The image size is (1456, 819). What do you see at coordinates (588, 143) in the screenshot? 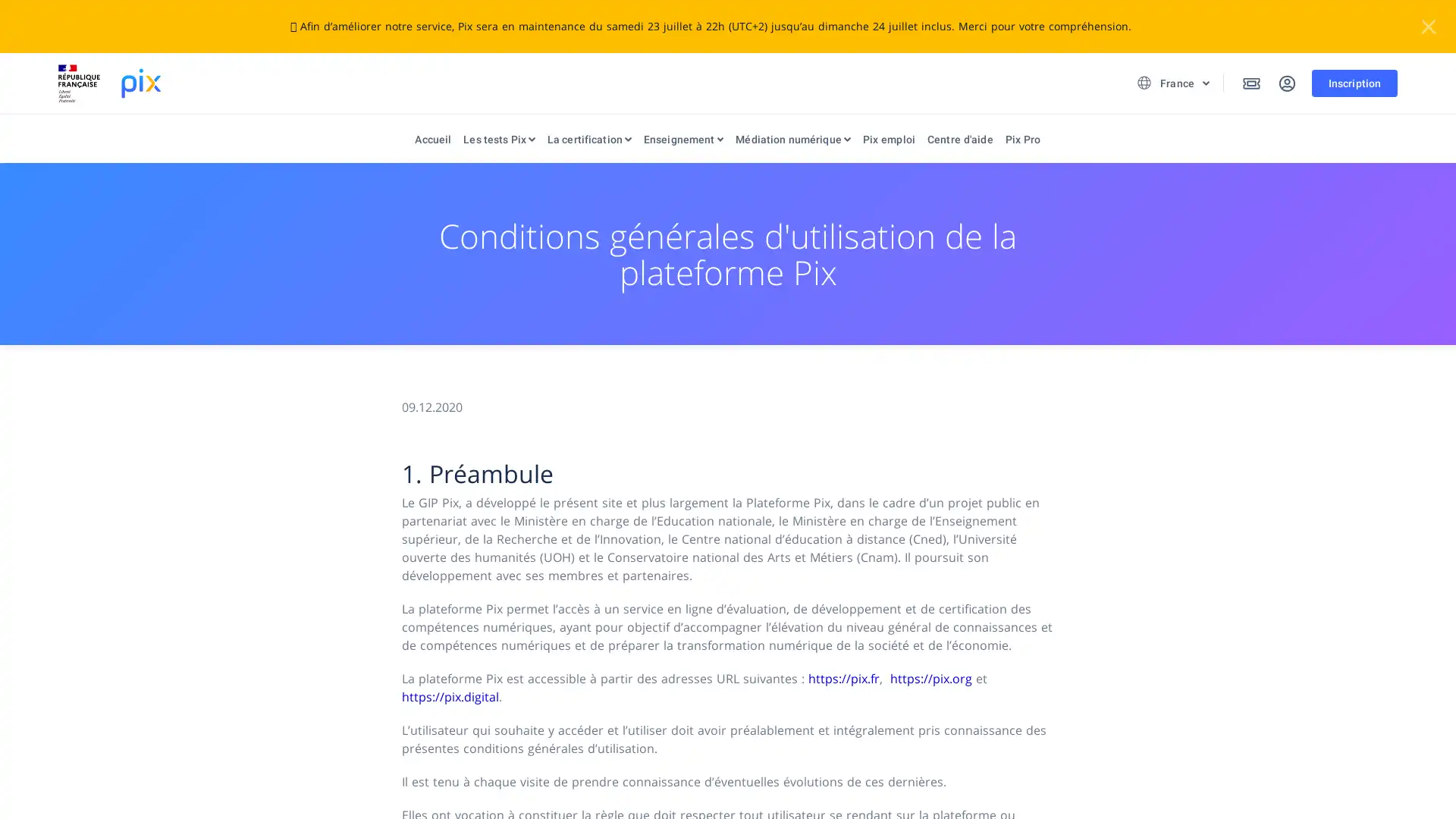
I see `La certification` at bounding box center [588, 143].